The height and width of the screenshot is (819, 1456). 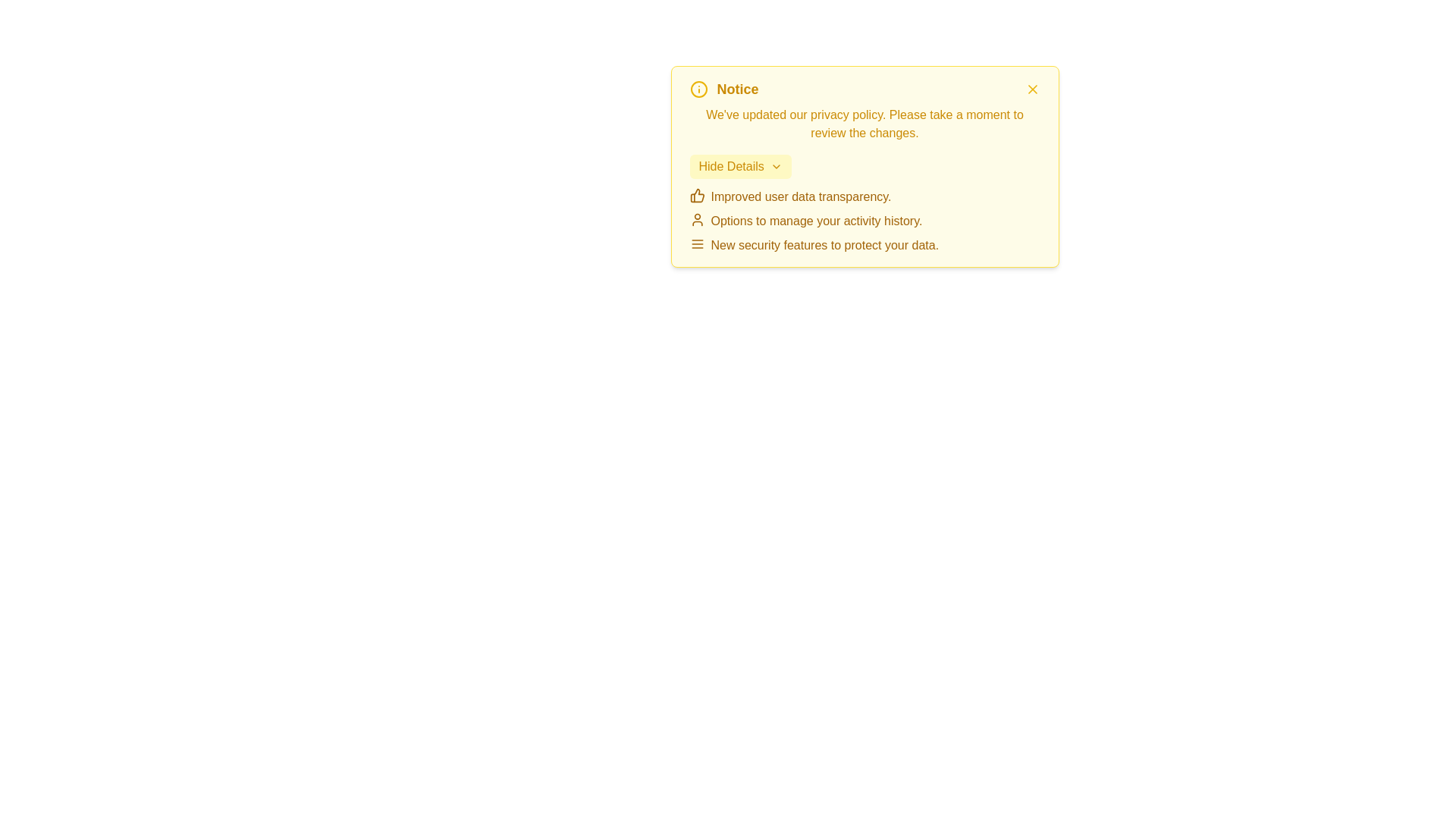 What do you see at coordinates (696, 243) in the screenshot?
I see `the Hamburger Menu icon, which consists of three horizontal lines, located to the left of the text 'New security features to protect your data.'` at bounding box center [696, 243].